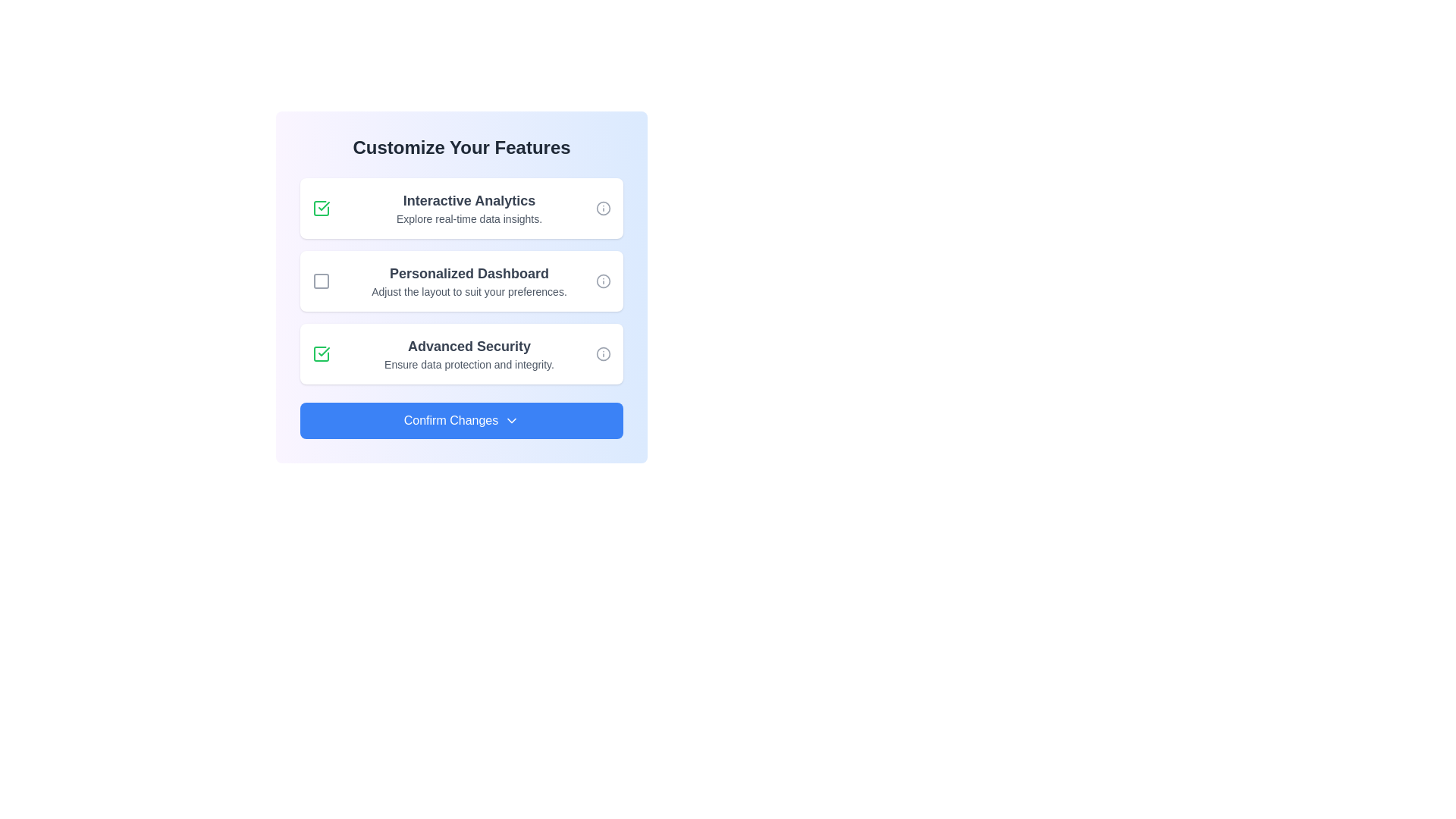 The image size is (1456, 819). What do you see at coordinates (320, 208) in the screenshot?
I see `the checkbox for the 'Interactive Analytics' feature` at bounding box center [320, 208].